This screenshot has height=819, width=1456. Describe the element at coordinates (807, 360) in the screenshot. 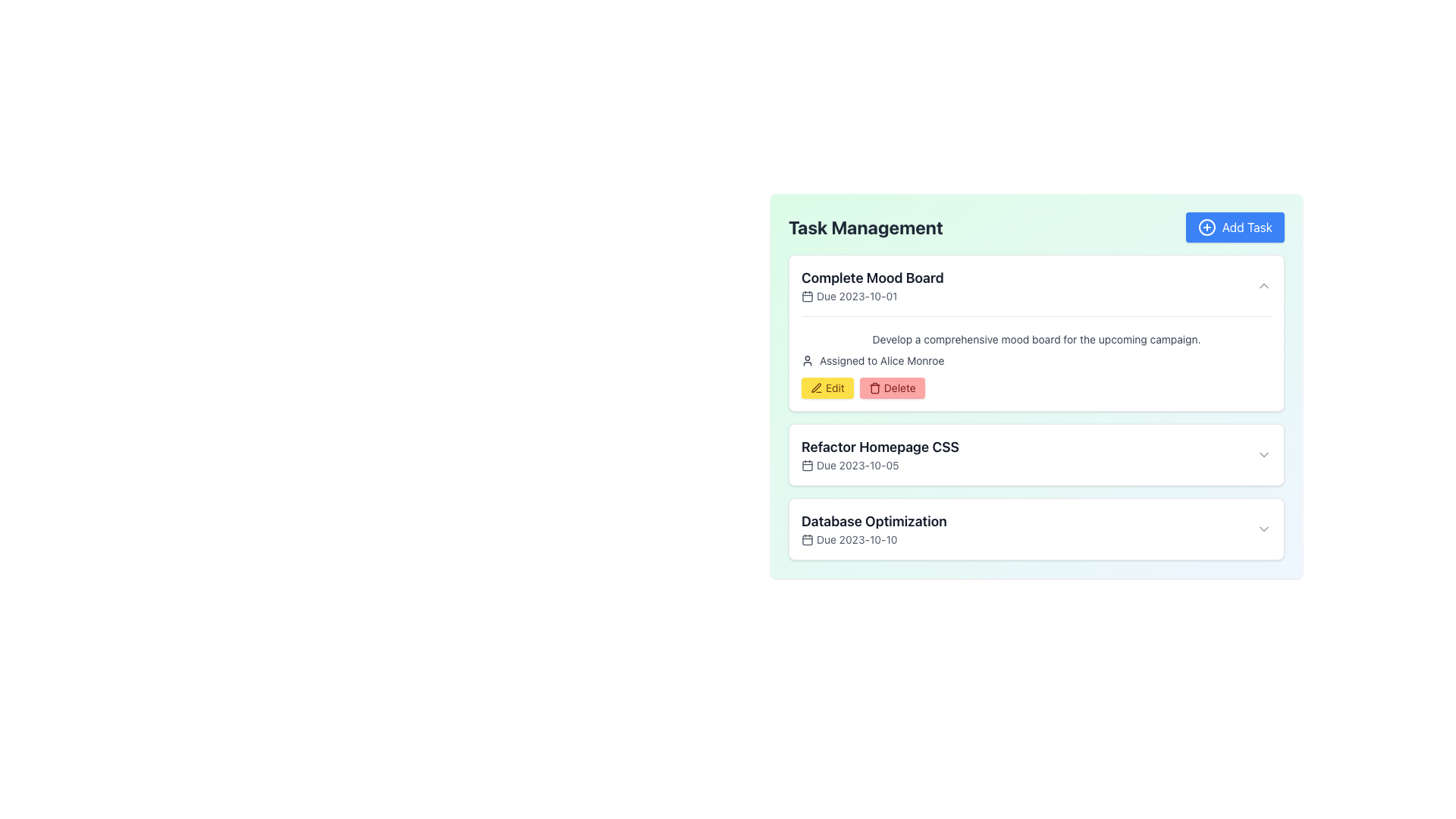

I see `the user assignment icon located to the left of the label 'Assigned to Alice Monroe' in the 'Complete Mood Board' section` at that location.